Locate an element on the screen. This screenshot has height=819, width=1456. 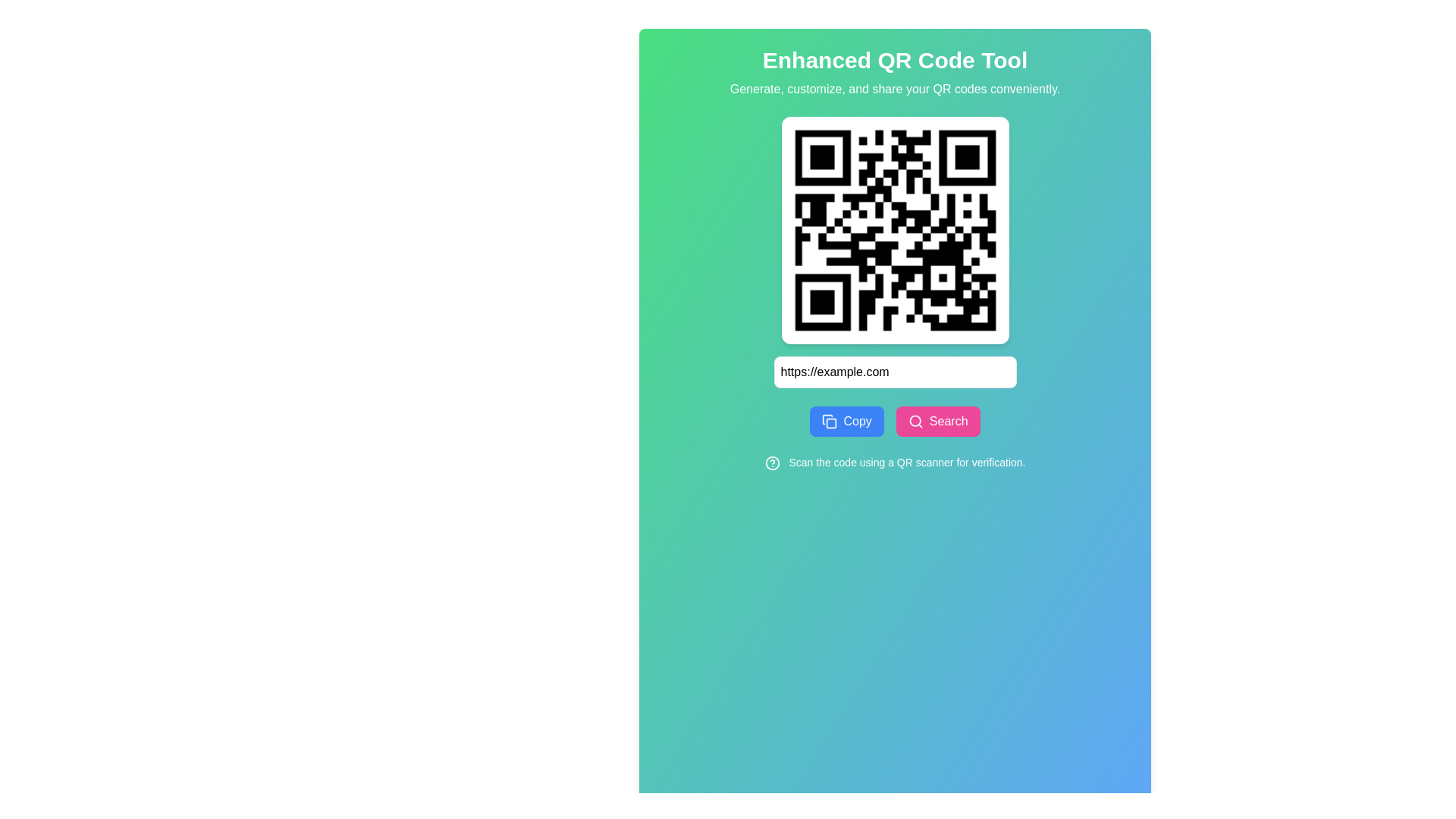
the brightly styled 'Search' button with a pink background and white text is located at coordinates (937, 421).